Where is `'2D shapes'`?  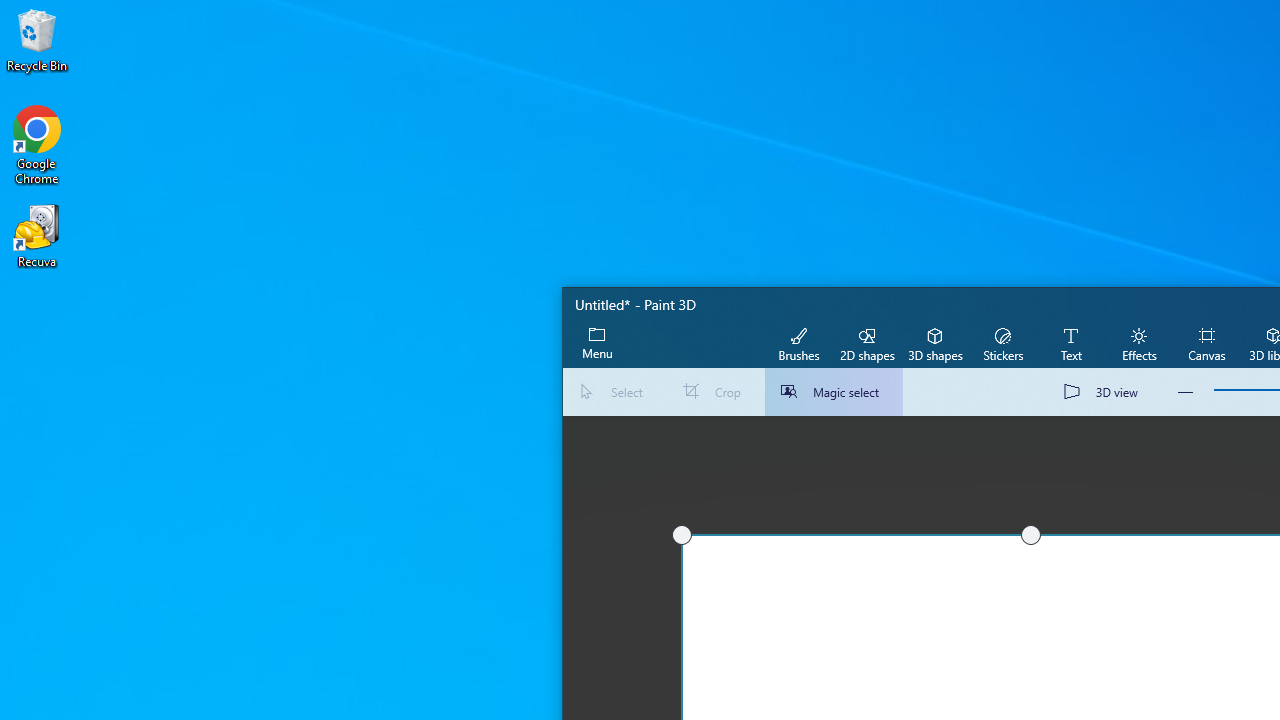
'2D shapes' is located at coordinates (867, 342).